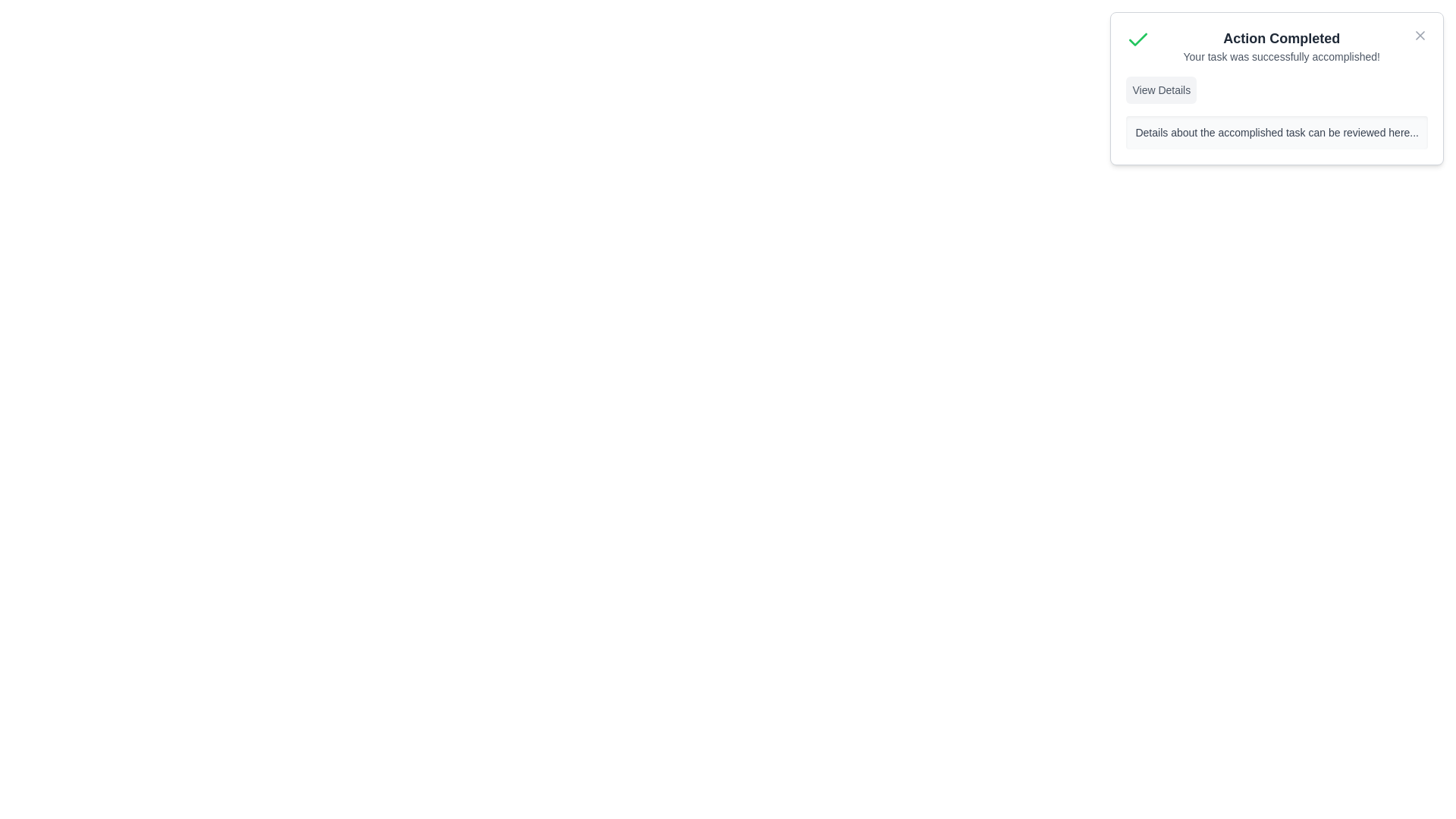 Image resolution: width=1456 pixels, height=819 pixels. Describe the element at coordinates (1419, 34) in the screenshot. I see `close button to hide the notification` at that location.